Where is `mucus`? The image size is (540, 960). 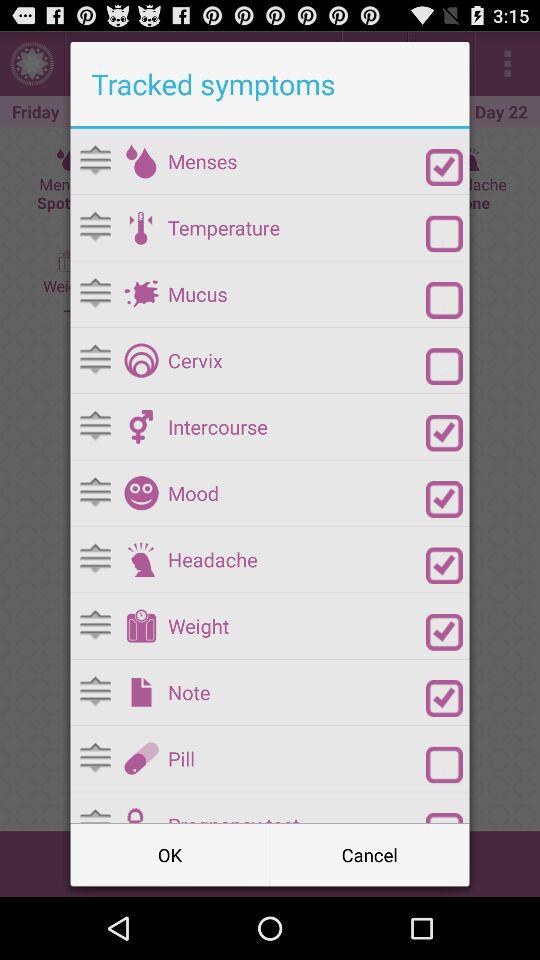 mucus is located at coordinates (140, 293).